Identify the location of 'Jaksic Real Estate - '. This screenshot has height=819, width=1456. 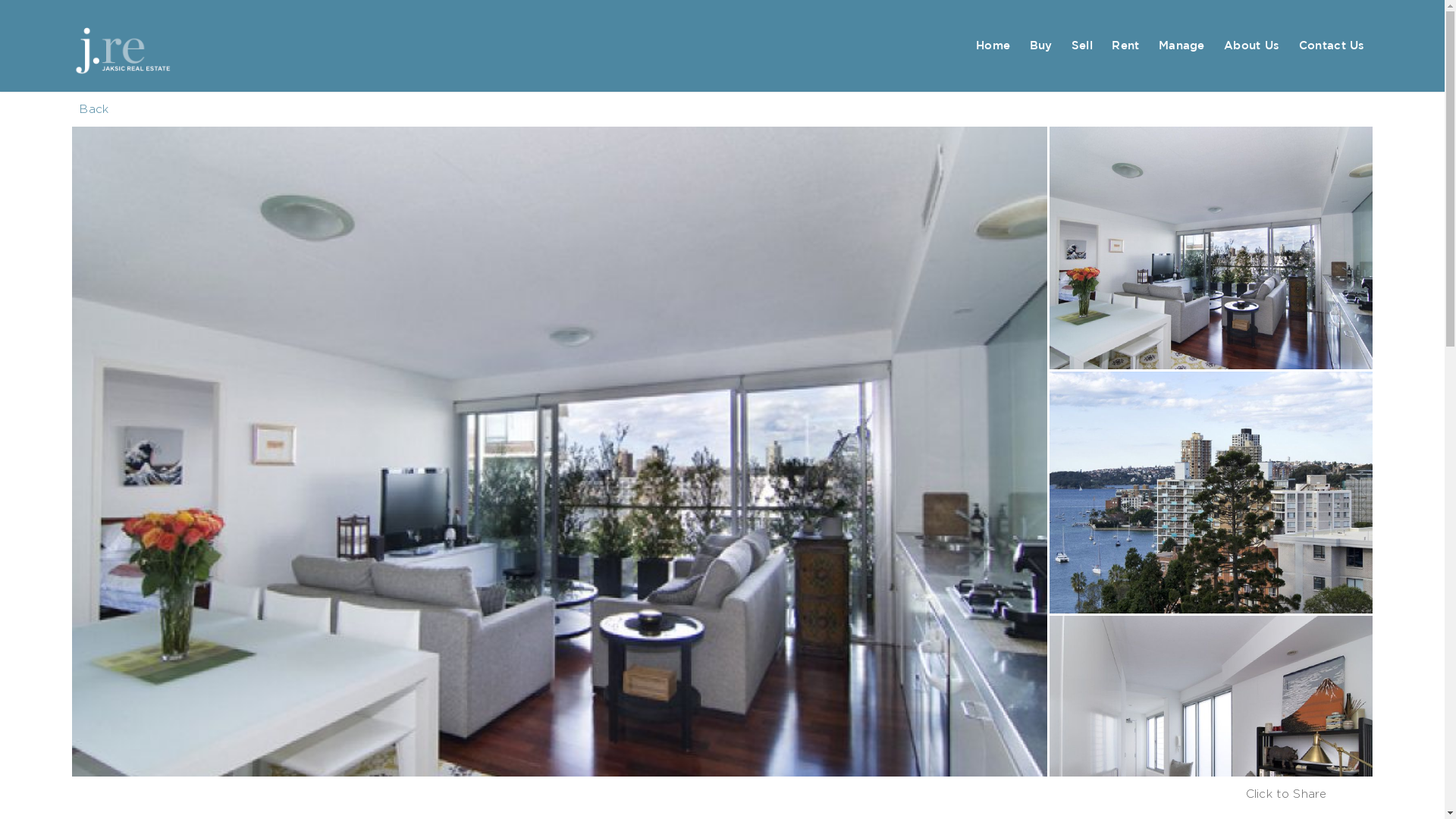
(149, 45).